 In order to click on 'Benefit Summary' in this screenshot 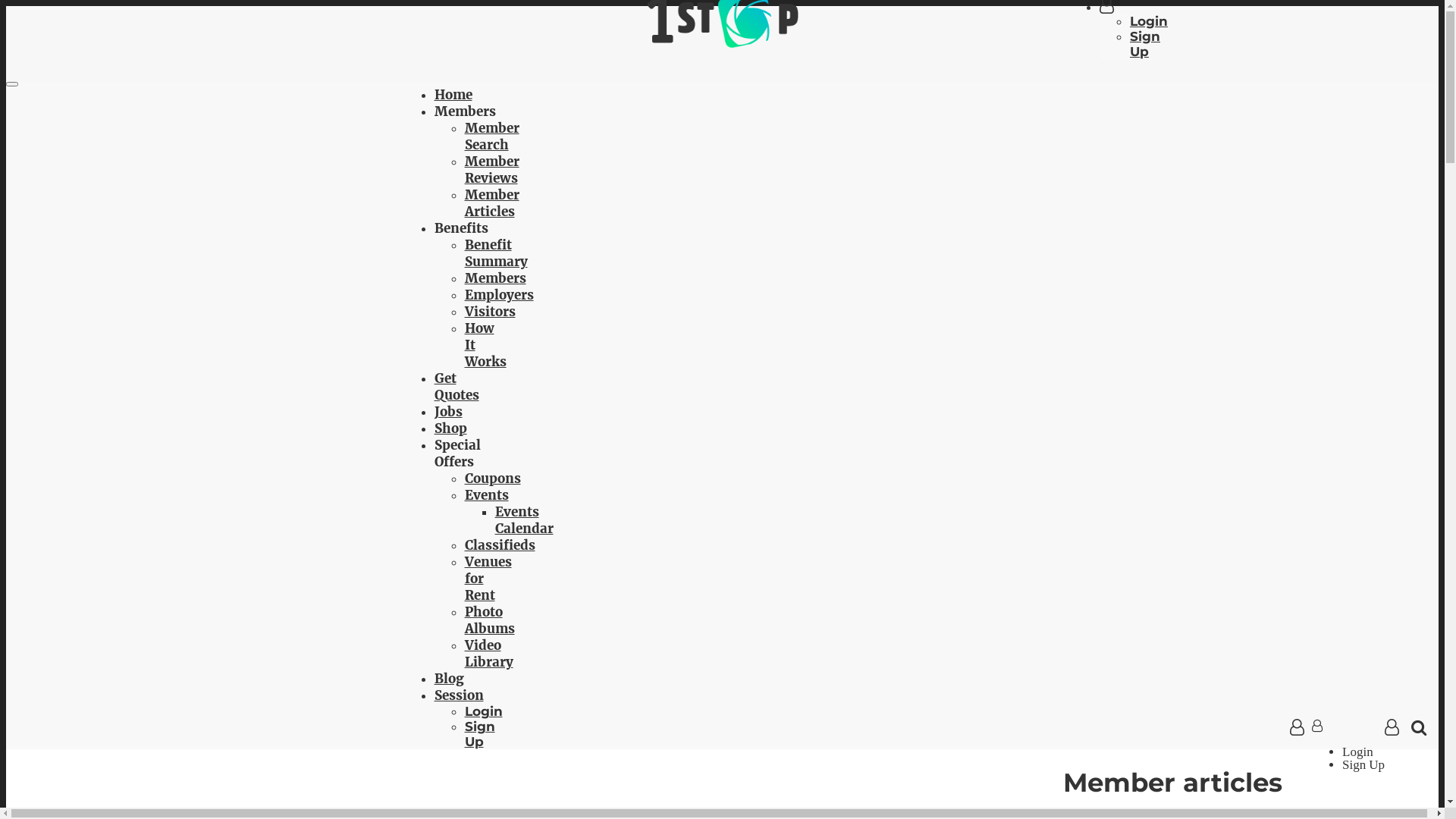, I will do `click(495, 253)`.